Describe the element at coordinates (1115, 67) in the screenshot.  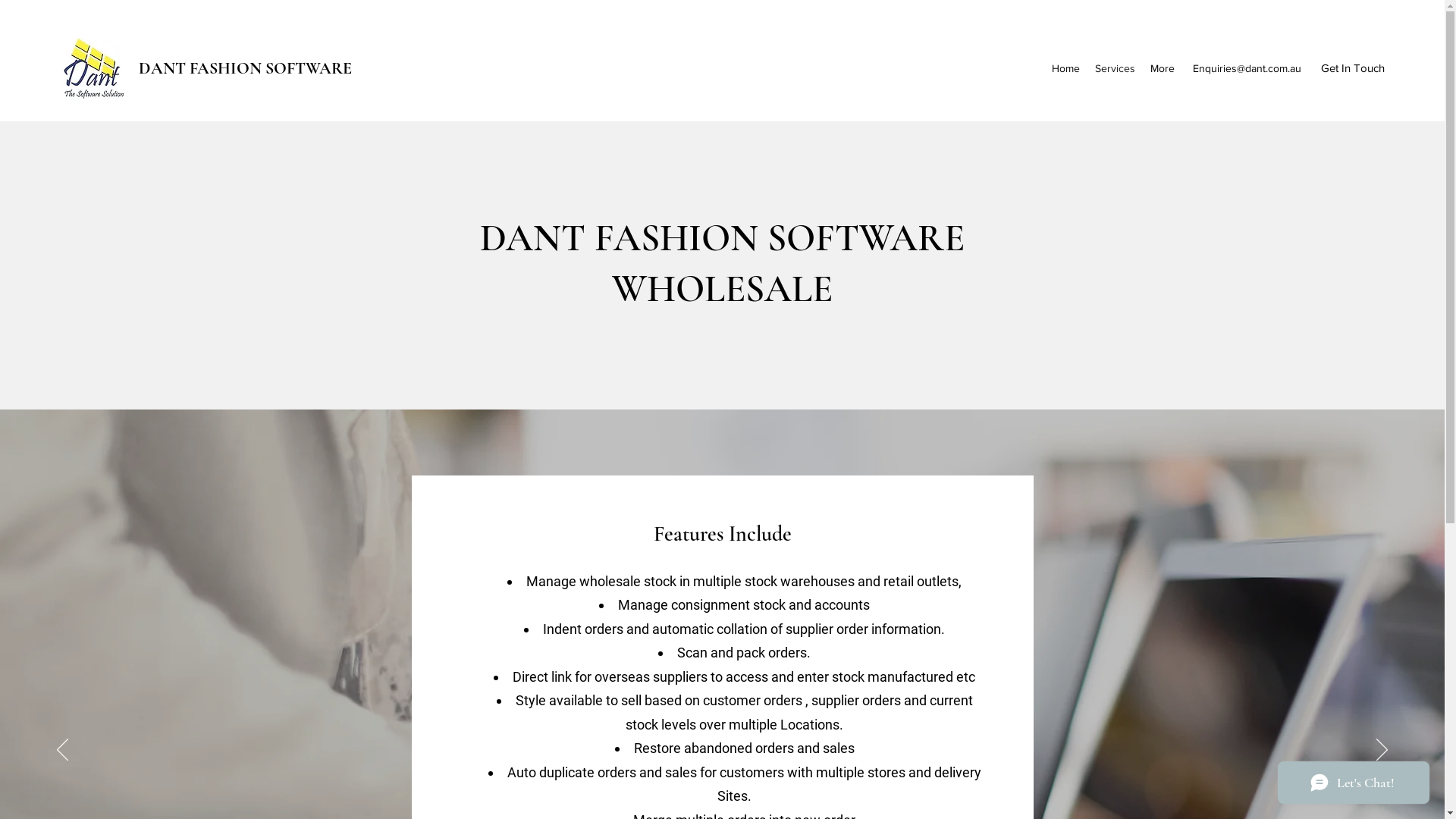
I see `'Services'` at that location.